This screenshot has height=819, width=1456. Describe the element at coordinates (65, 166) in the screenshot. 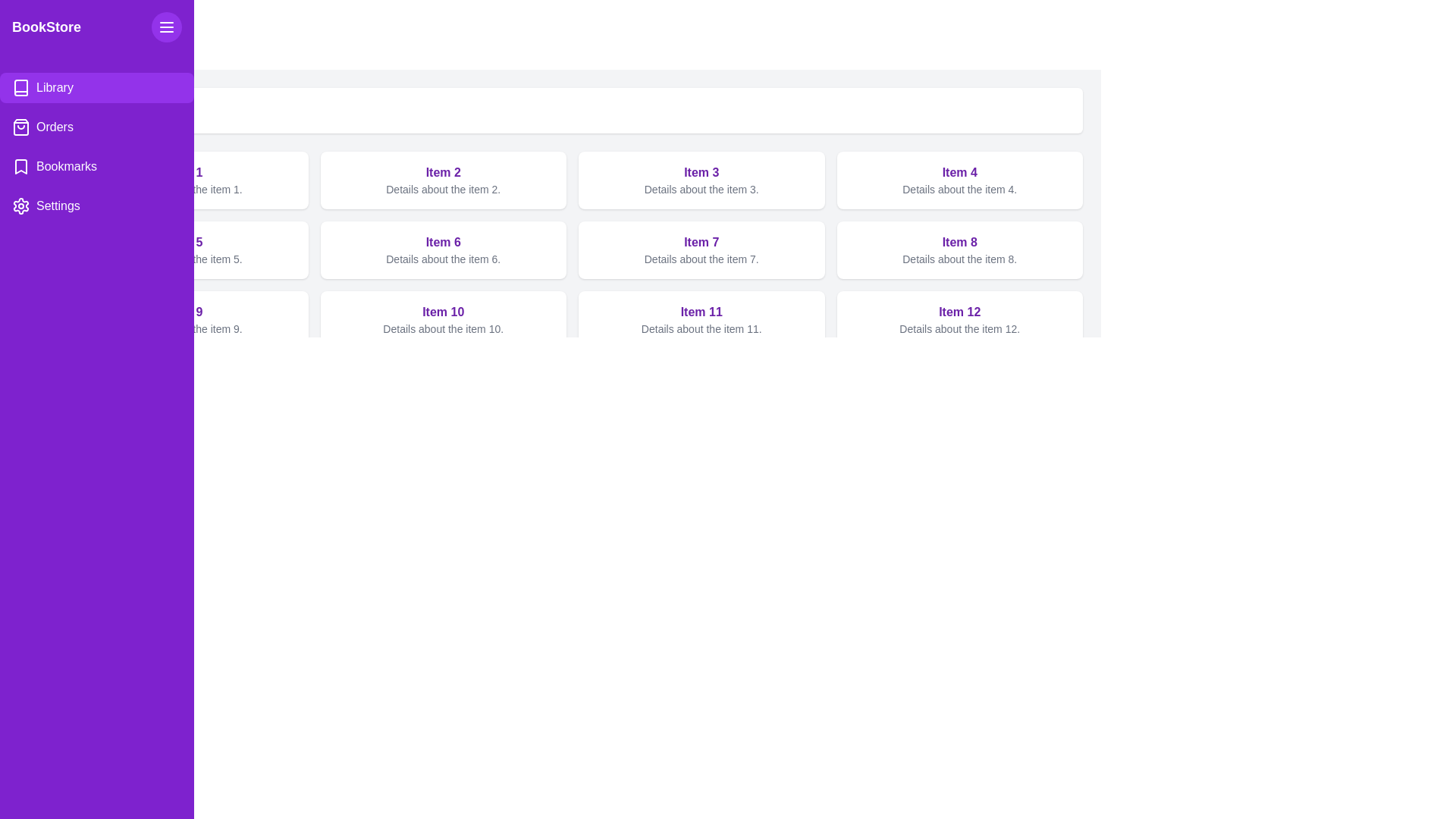

I see `the 'Bookmarks' text label in the vertical navigation menu, which is the third item below 'Orders' and above 'Settings'` at that location.